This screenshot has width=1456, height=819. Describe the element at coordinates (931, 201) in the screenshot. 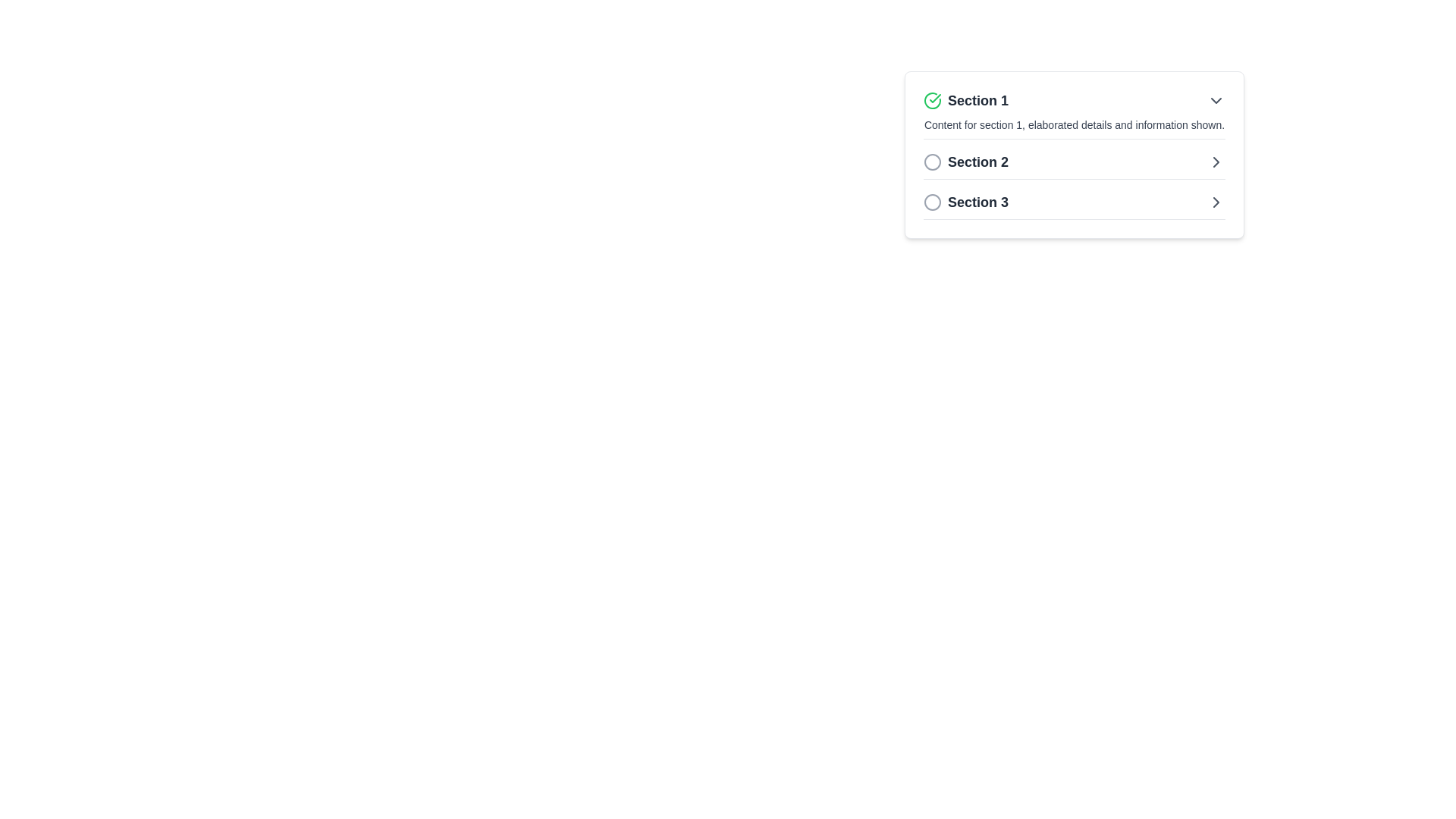

I see `the unselected radio button for the 'Section 3' option` at that location.